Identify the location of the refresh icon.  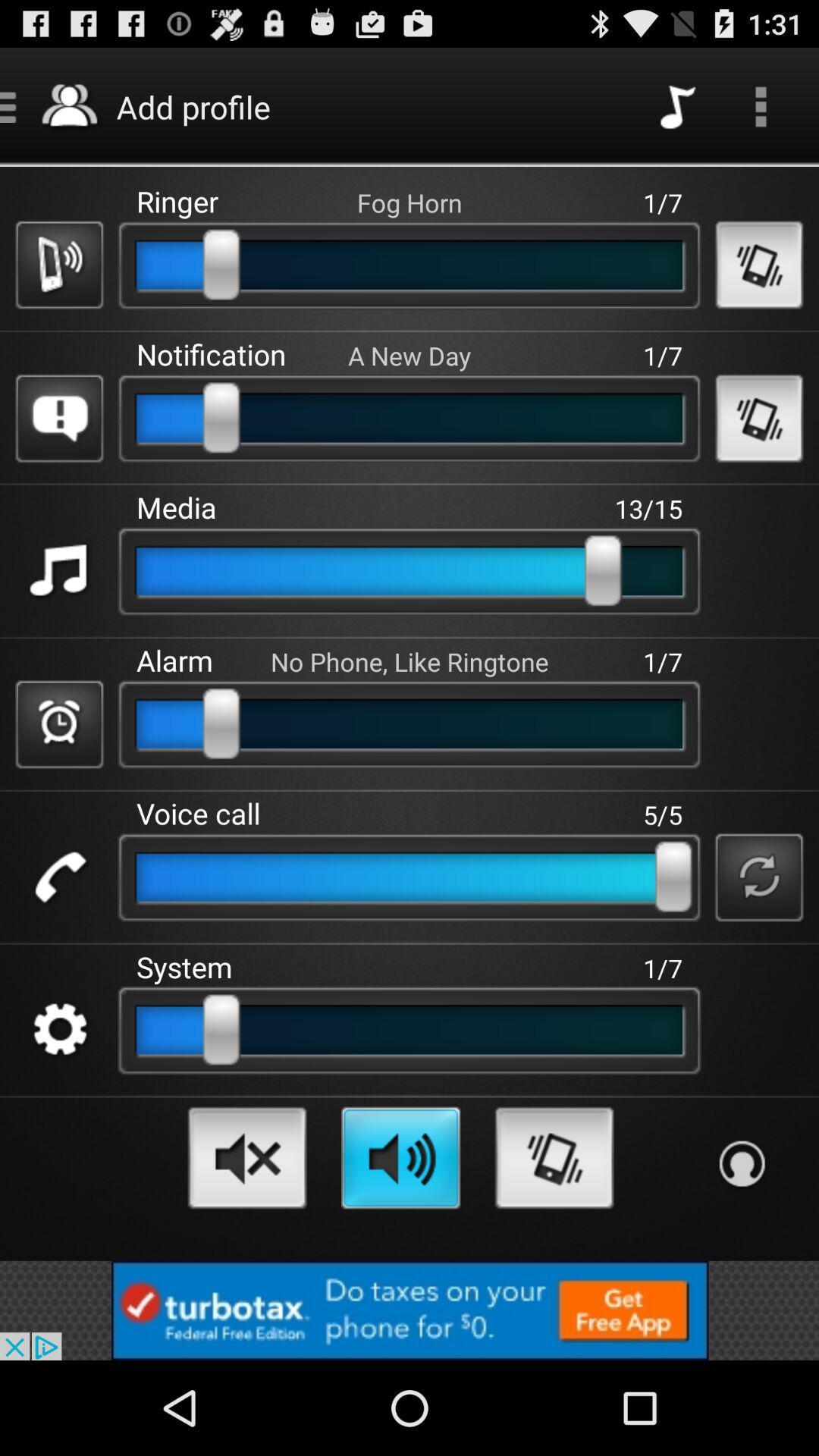
(759, 938).